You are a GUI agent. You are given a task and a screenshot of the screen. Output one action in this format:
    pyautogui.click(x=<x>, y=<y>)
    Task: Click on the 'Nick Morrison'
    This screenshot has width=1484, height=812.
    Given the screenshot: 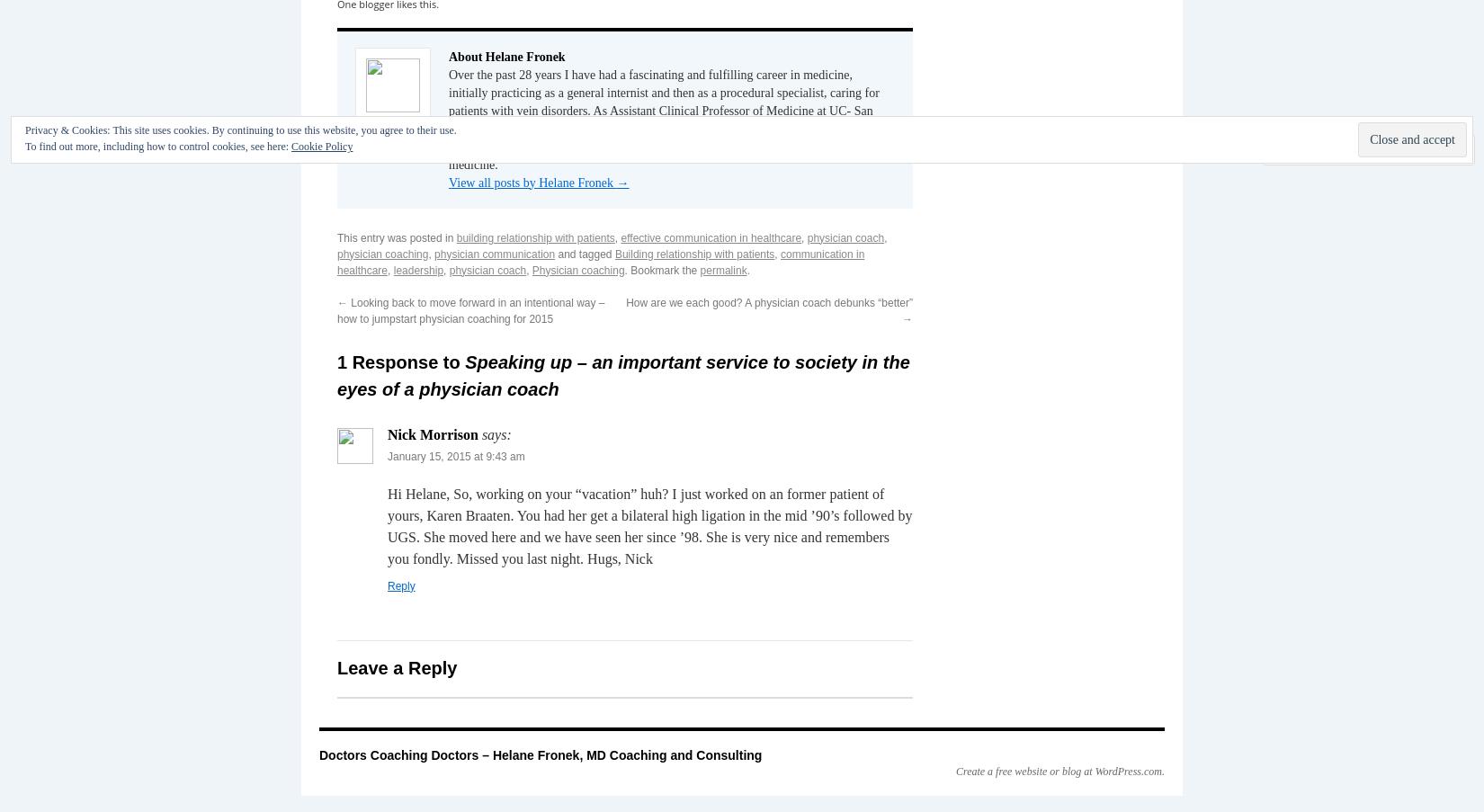 What is the action you would take?
    pyautogui.click(x=431, y=433)
    